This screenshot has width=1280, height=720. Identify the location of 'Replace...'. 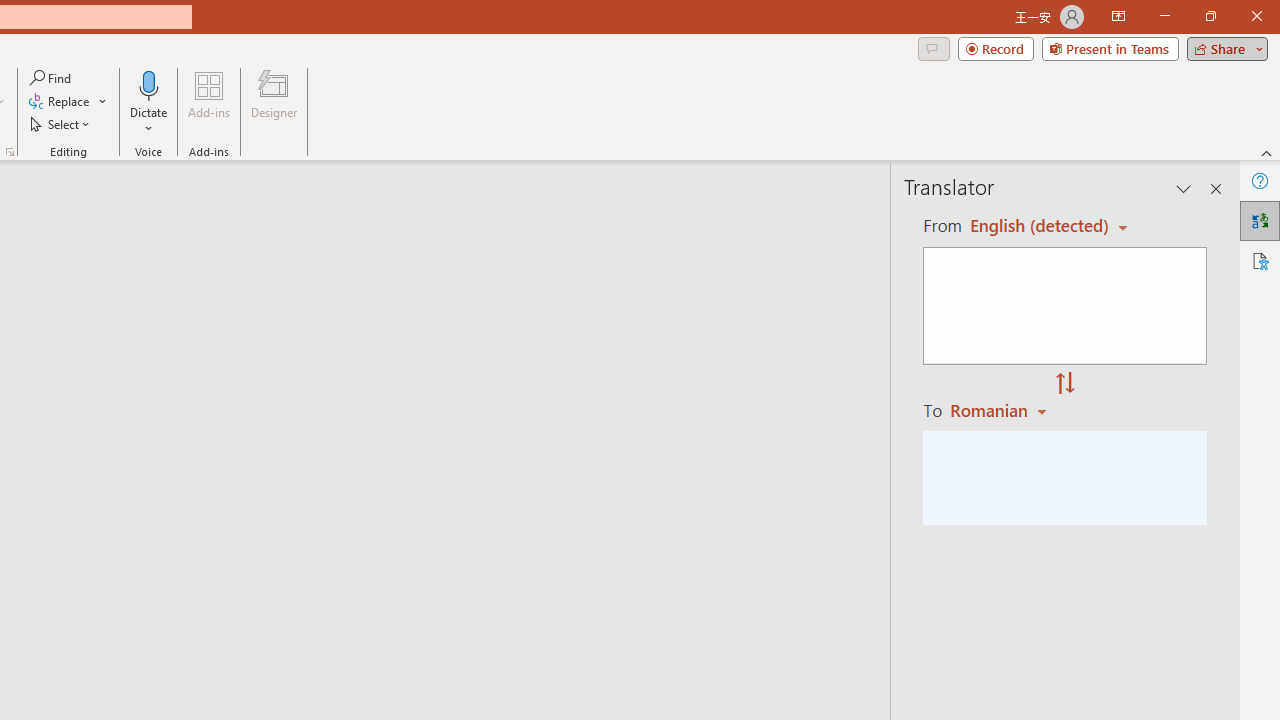
(60, 101).